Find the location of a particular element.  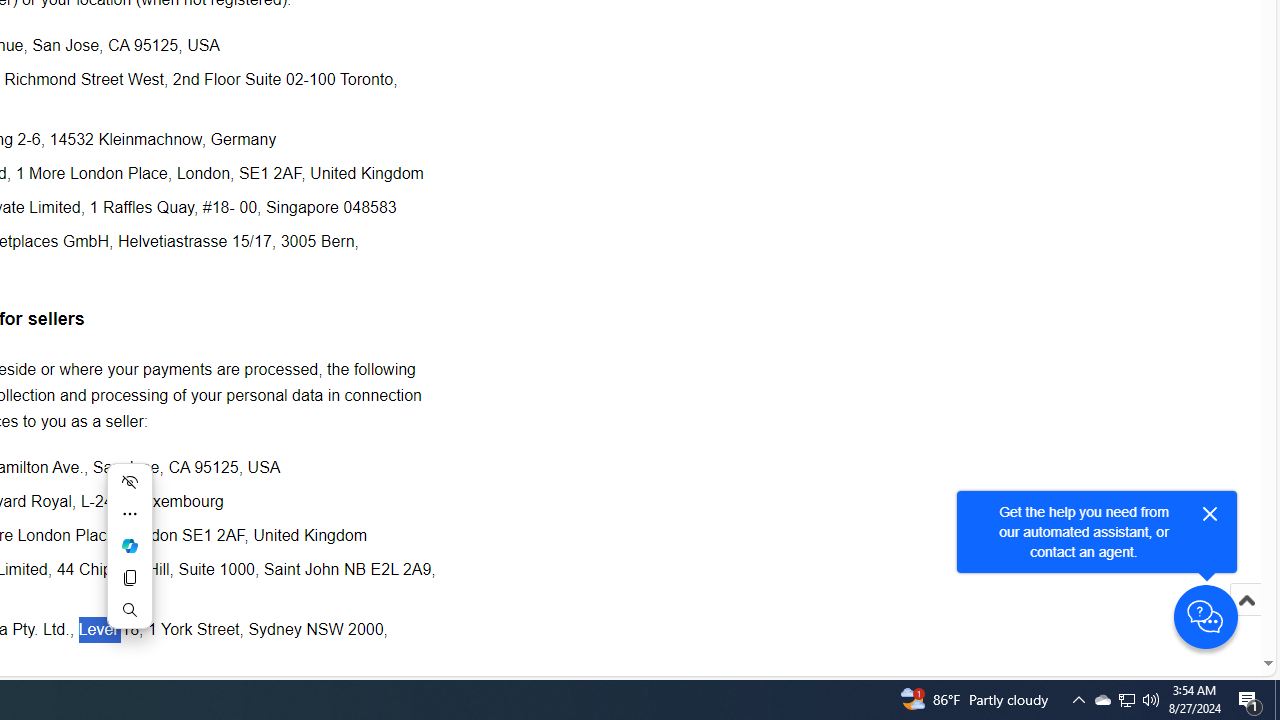

'Scroll to top' is located at coordinates (1245, 620).